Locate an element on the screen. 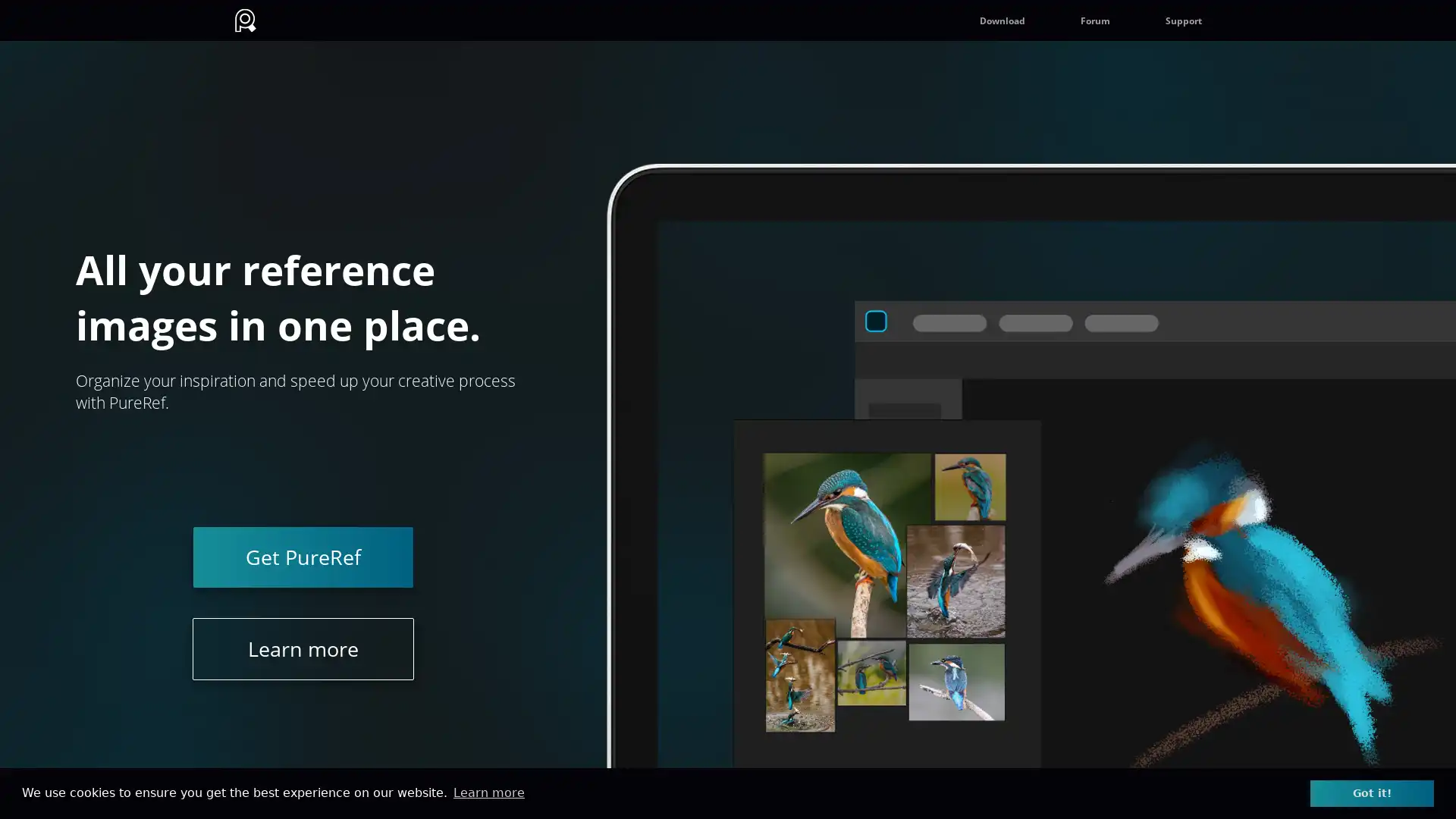 The image size is (1456, 819). learn more about cookies is located at coordinates (488, 792).